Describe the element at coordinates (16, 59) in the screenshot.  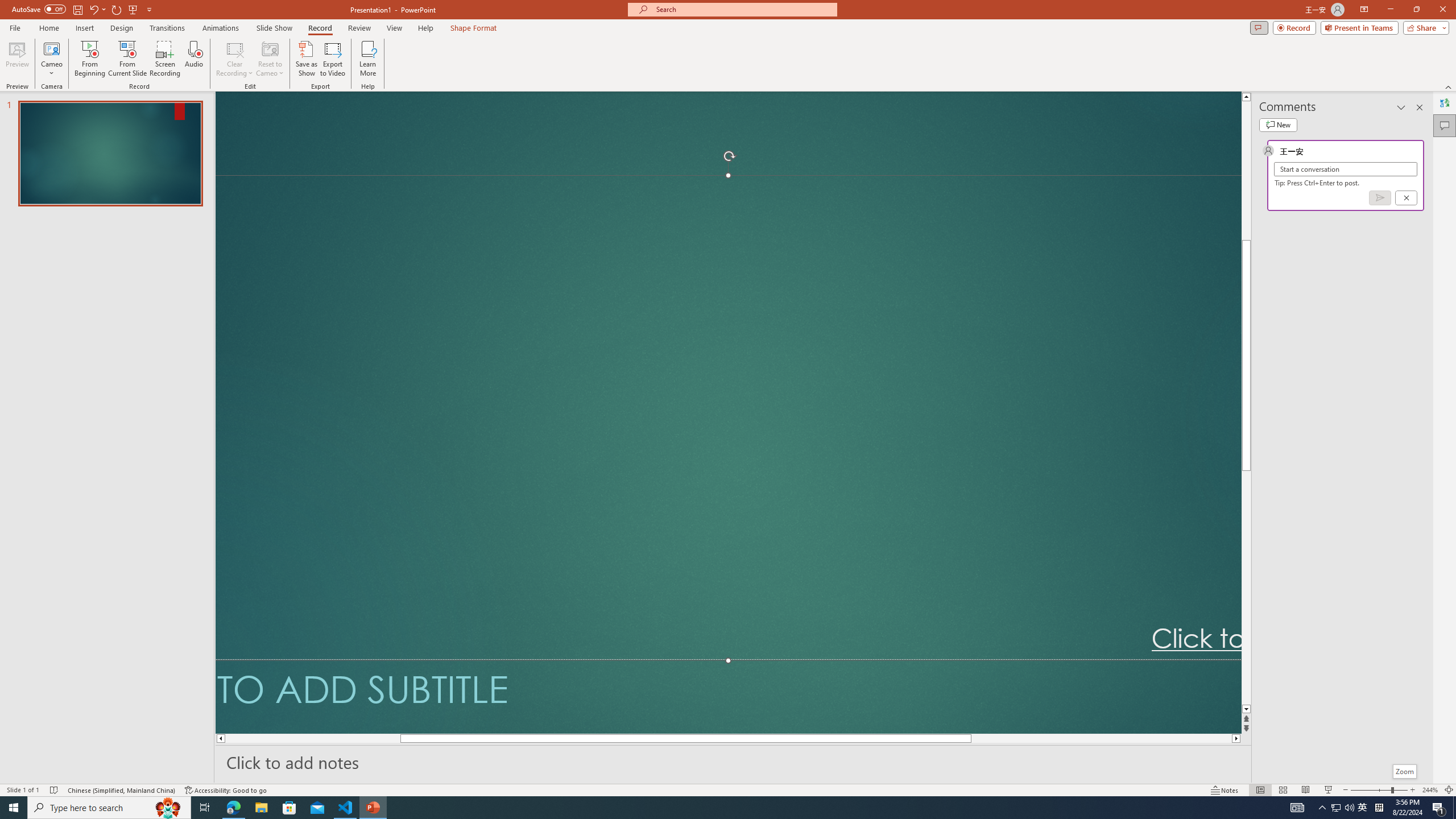
I see `'Preview'` at that location.